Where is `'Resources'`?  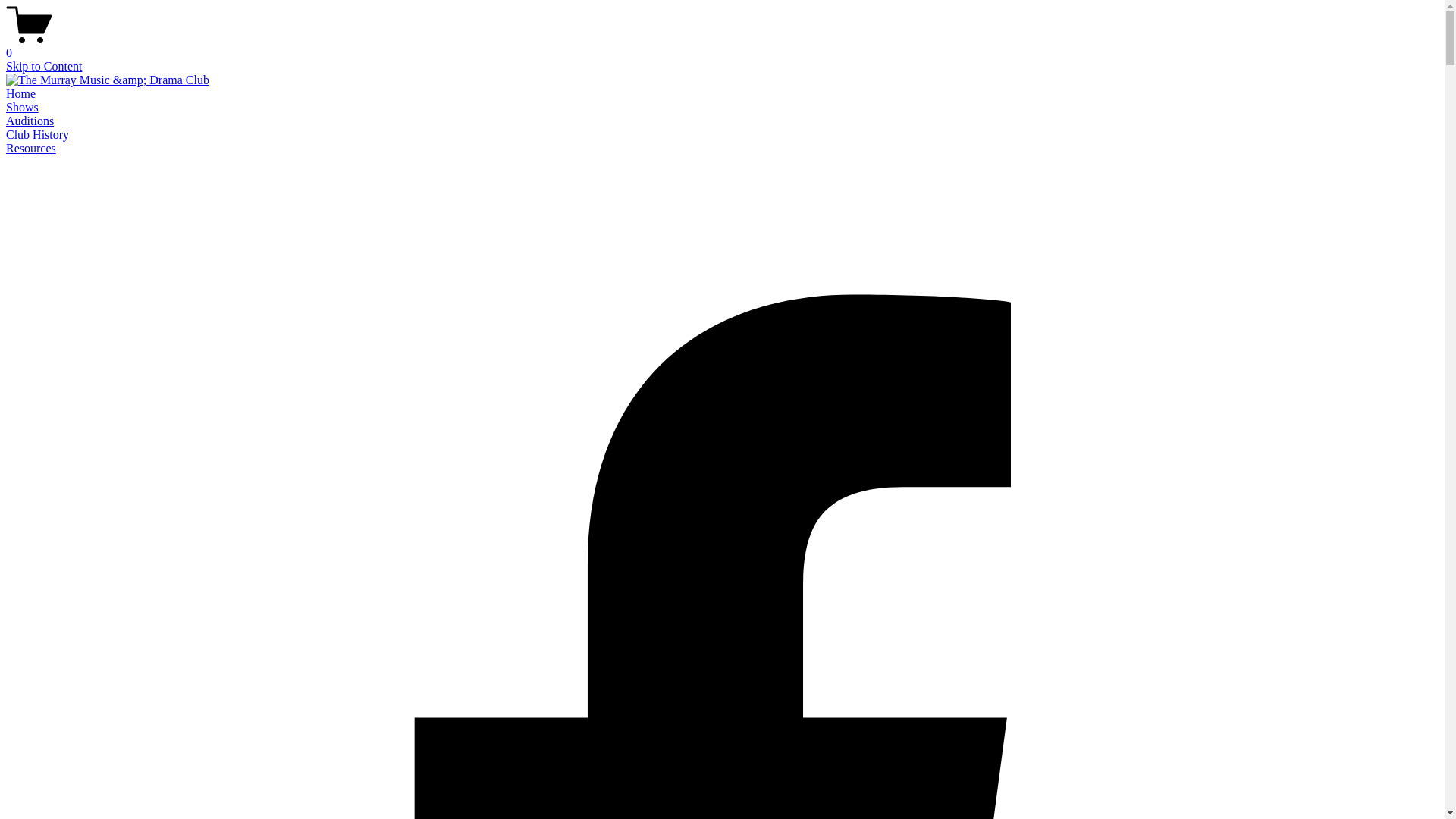 'Resources' is located at coordinates (31, 148).